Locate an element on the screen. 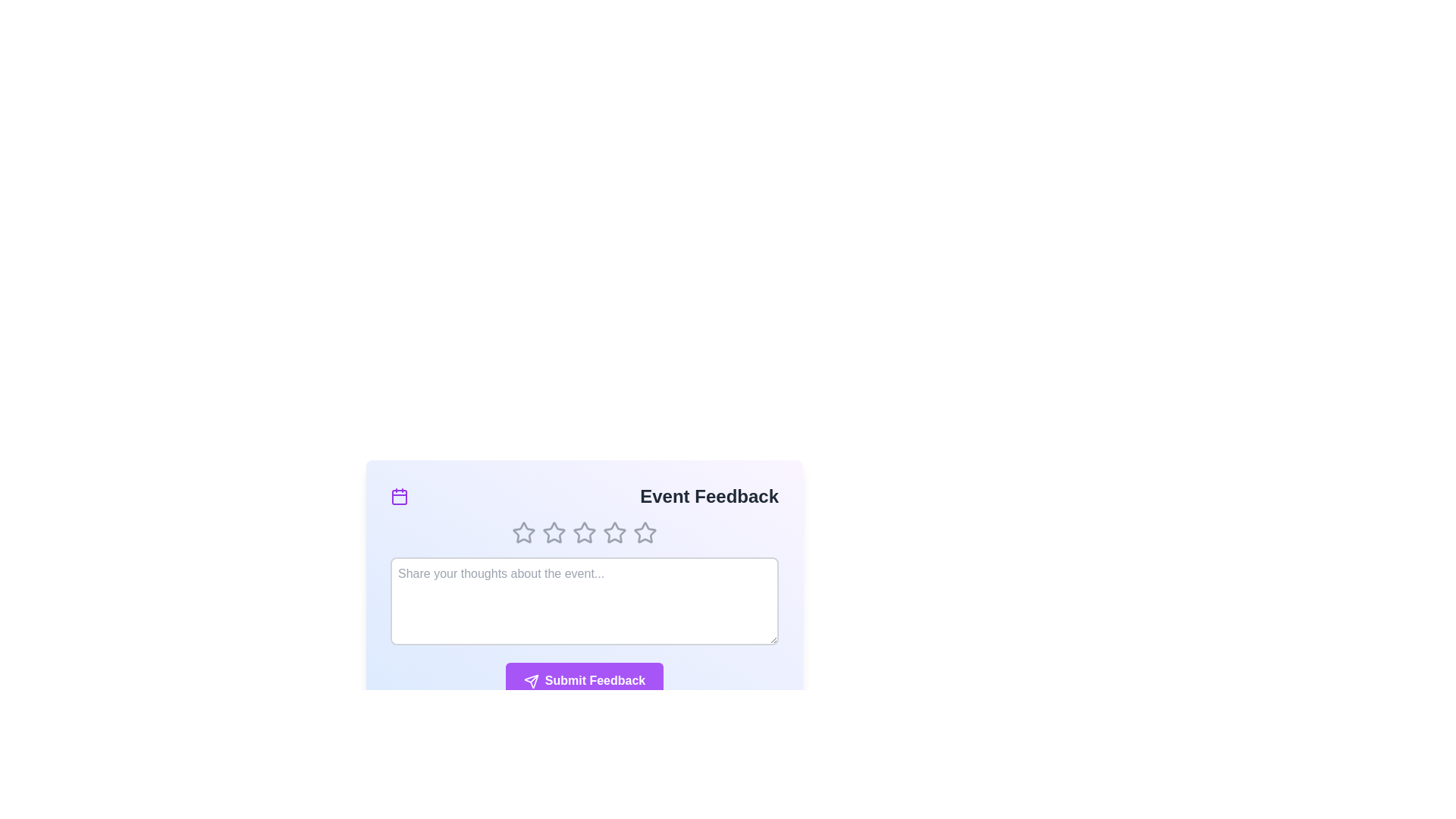 This screenshot has height=819, width=1456. the third star in the horizontal row of five grey rating stars in the 'Event Feedback' panel is located at coordinates (584, 532).